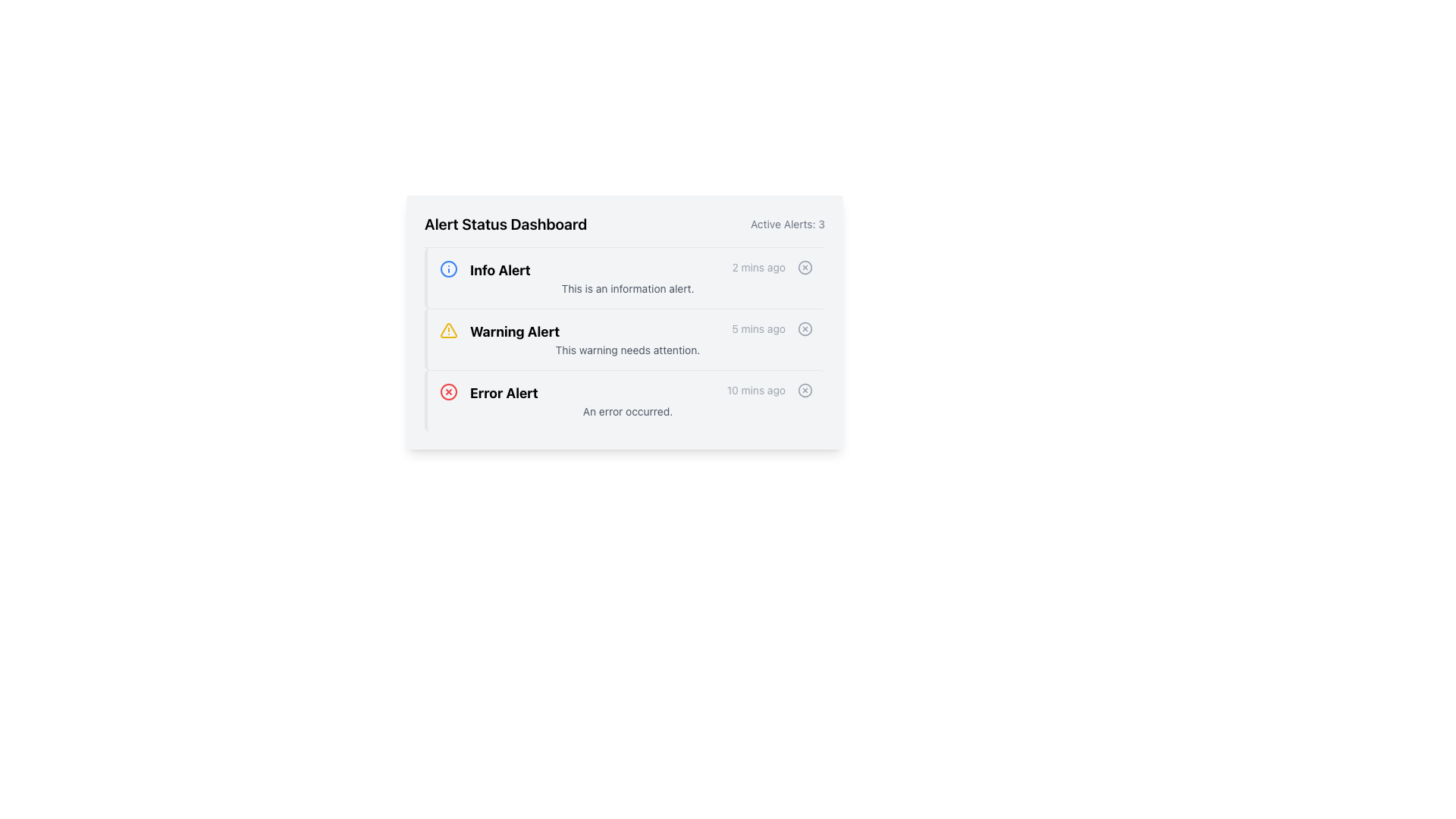  I want to click on the hollow circular button with an 'X' shape inside, located in the second row of the alert list, so click(804, 328).